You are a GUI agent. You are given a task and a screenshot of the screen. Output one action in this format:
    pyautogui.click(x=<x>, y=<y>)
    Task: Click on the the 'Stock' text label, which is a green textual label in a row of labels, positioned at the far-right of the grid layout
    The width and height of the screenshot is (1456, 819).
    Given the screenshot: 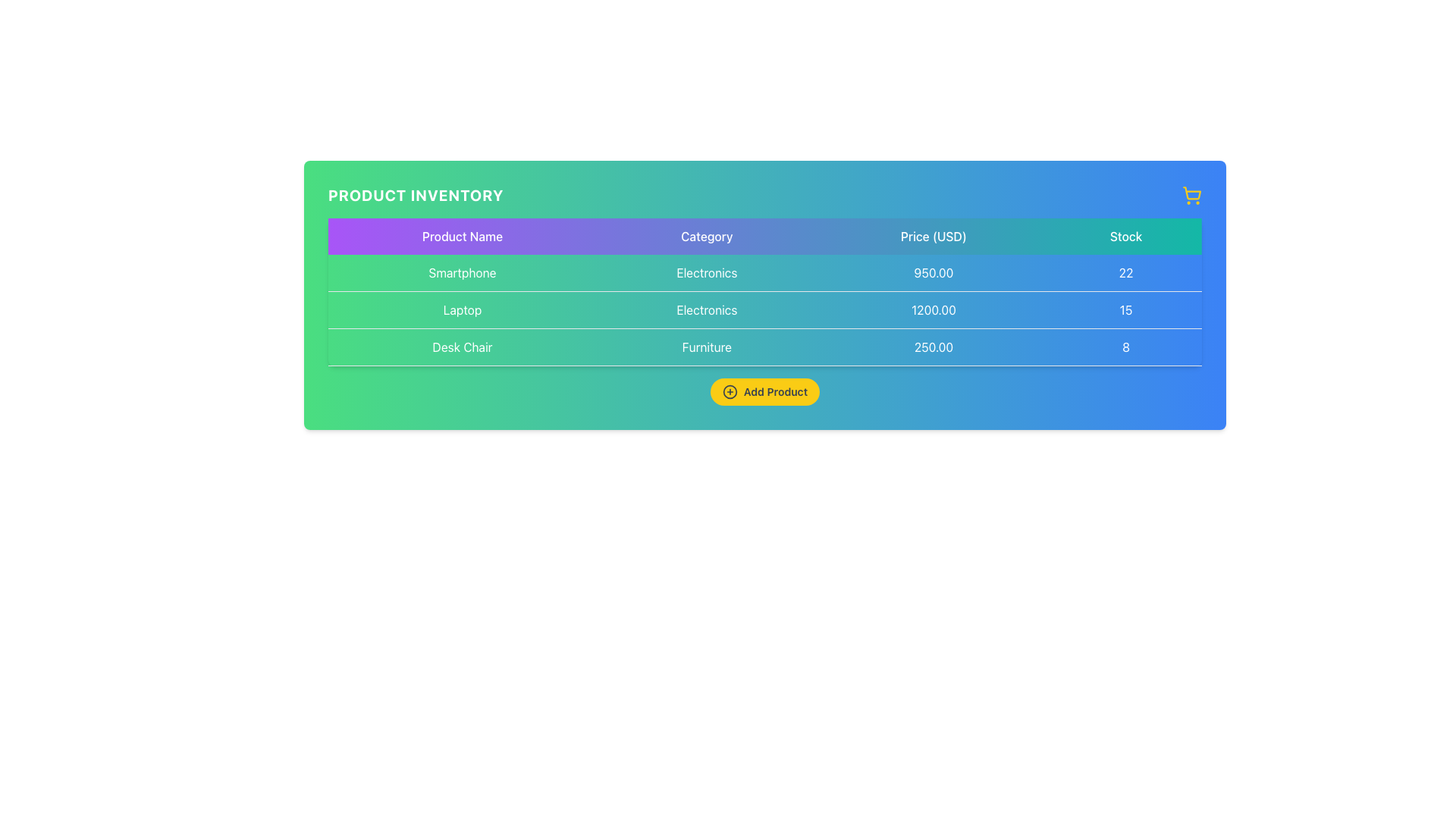 What is the action you would take?
    pyautogui.click(x=1126, y=237)
    